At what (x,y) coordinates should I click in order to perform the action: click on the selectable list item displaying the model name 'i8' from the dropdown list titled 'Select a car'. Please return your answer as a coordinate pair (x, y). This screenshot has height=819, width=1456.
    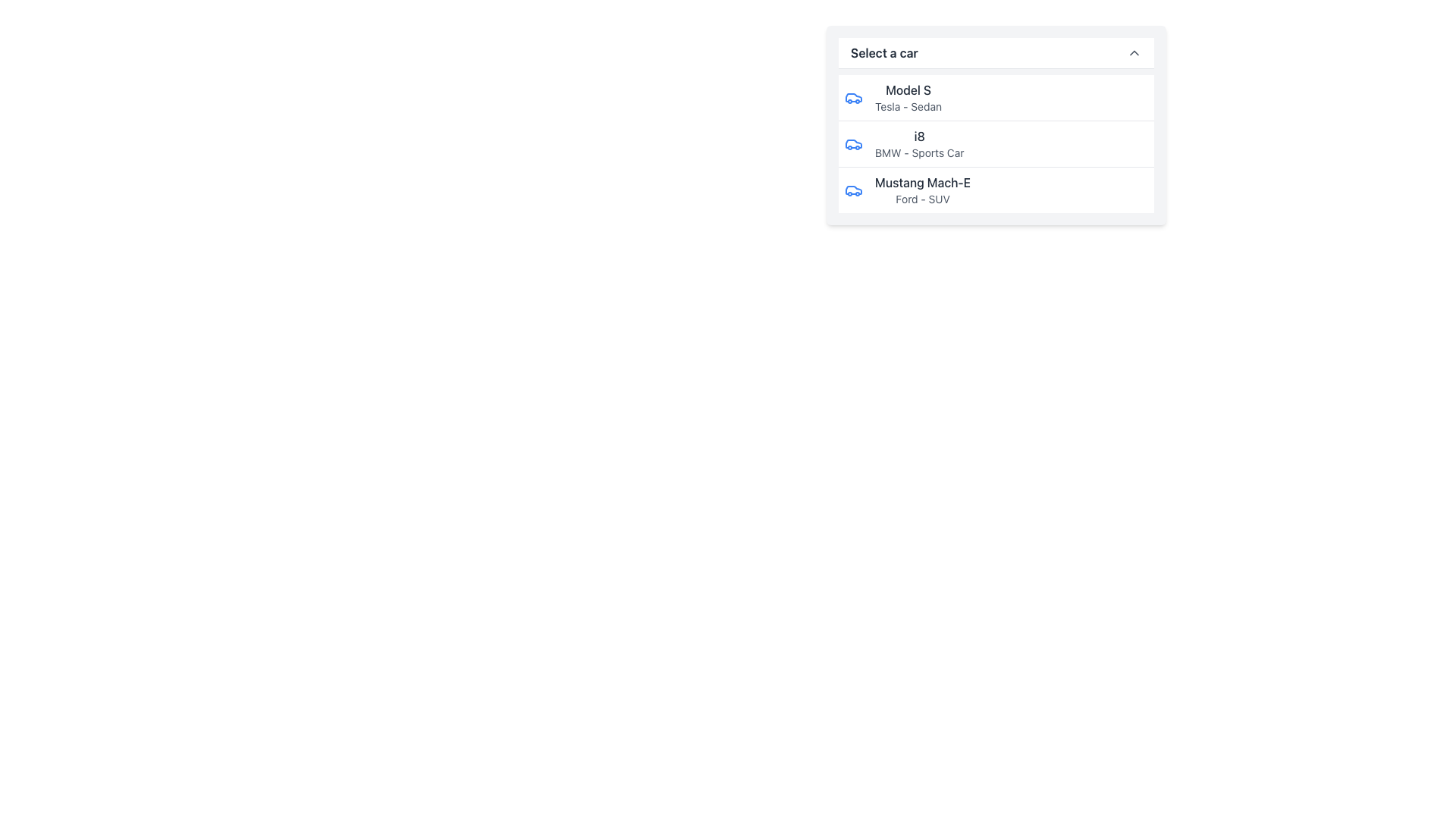
    Looking at the image, I should click on (996, 143).